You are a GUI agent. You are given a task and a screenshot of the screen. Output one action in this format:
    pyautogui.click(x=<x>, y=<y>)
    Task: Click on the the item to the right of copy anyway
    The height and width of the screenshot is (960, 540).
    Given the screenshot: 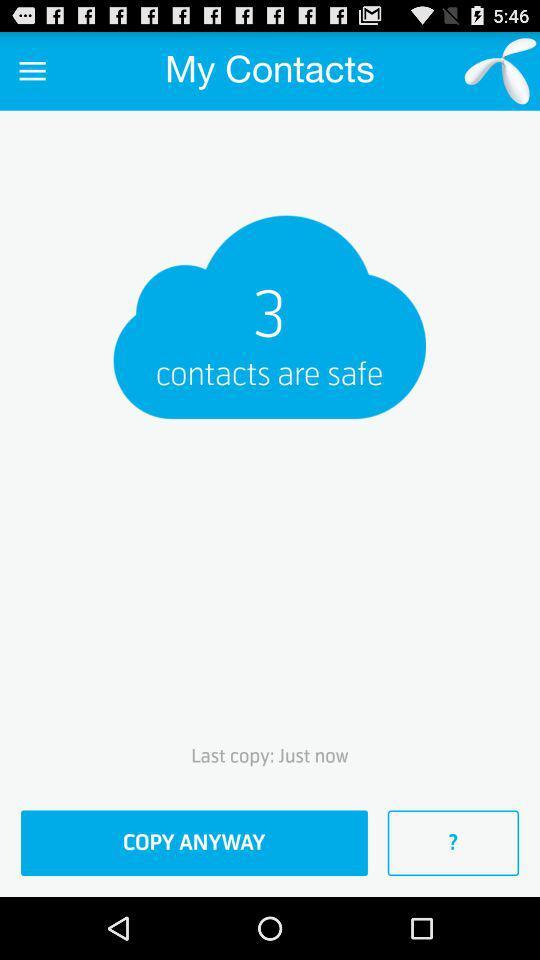 What is the action you would take?
    pyautogui.click(x=453, y=842)
    